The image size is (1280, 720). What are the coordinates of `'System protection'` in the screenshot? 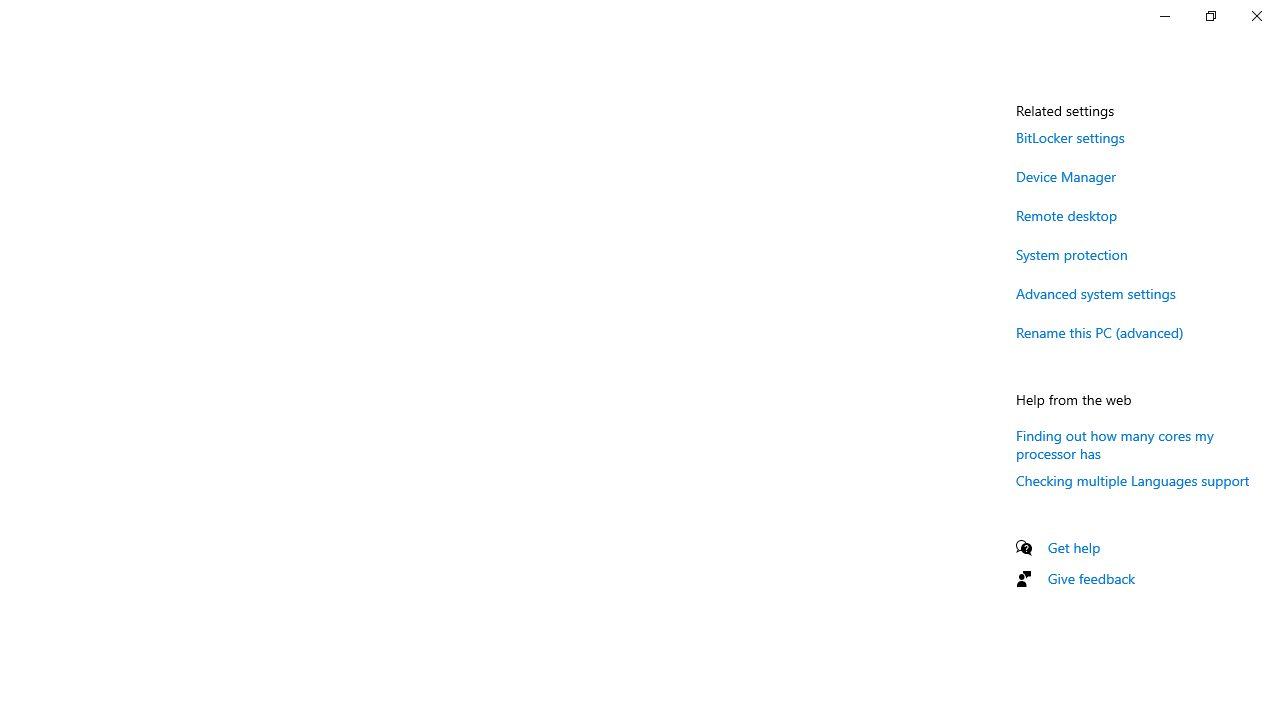 It's located at (1071, 253).